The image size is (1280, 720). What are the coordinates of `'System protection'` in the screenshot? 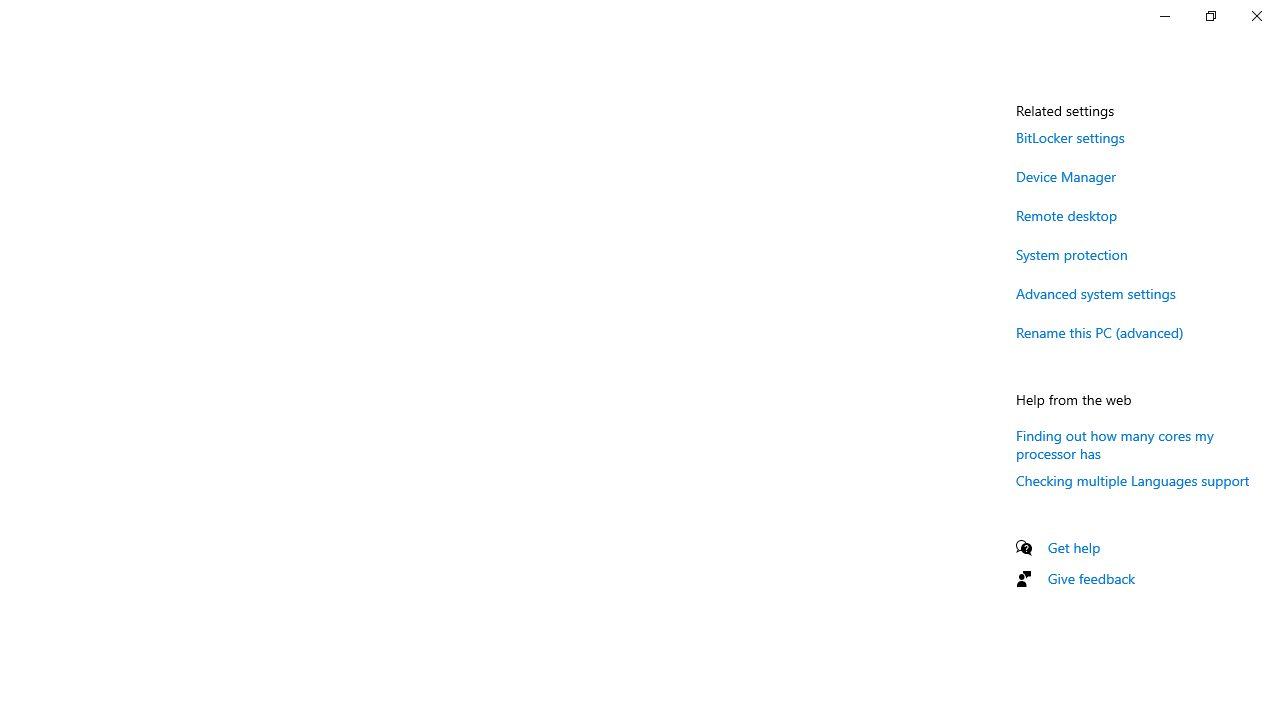 It's located at (1071, 253).